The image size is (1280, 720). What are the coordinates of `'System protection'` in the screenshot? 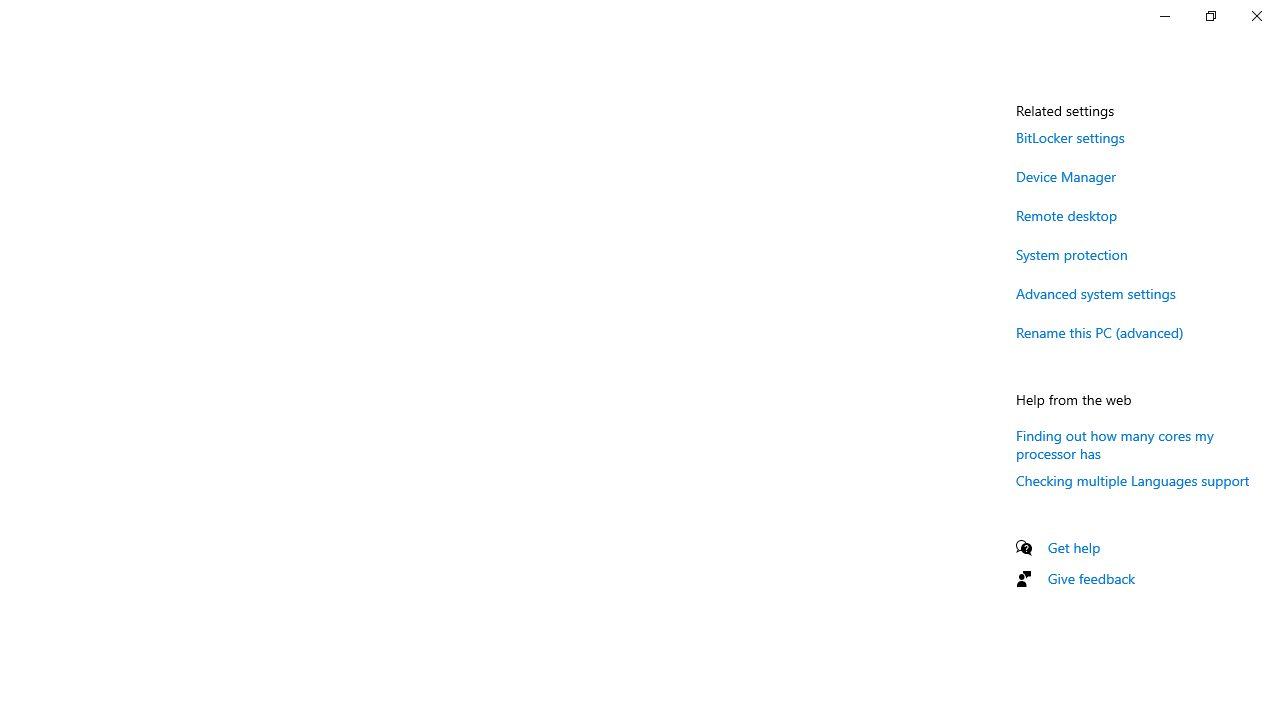 It's located at (1071, 253).